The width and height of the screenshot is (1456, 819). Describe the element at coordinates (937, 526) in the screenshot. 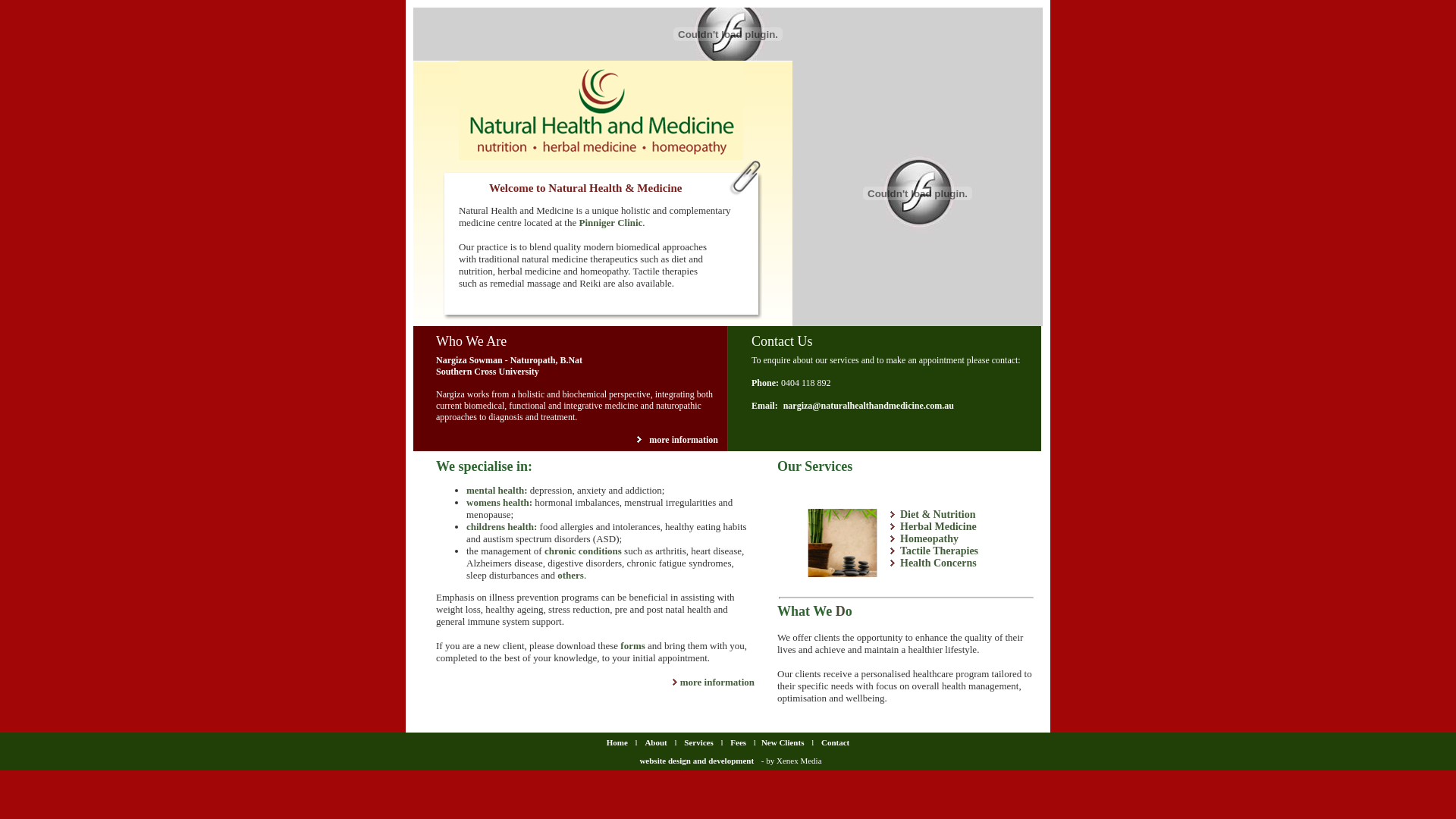

I see `'Herbal Medicine'` at that location.